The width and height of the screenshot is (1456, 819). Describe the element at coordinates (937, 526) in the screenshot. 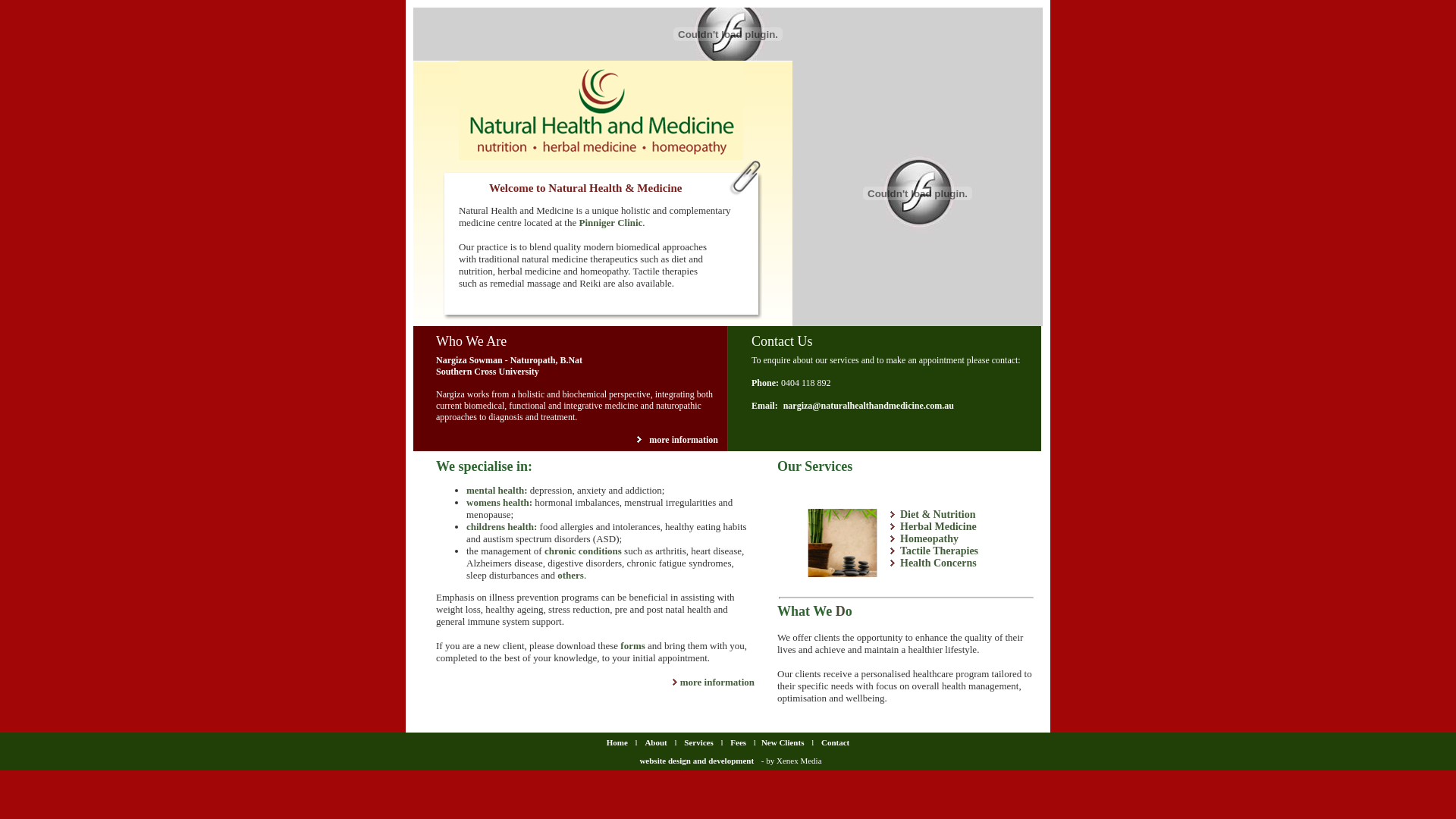

I see `'Herbal Medicine'` at that location.